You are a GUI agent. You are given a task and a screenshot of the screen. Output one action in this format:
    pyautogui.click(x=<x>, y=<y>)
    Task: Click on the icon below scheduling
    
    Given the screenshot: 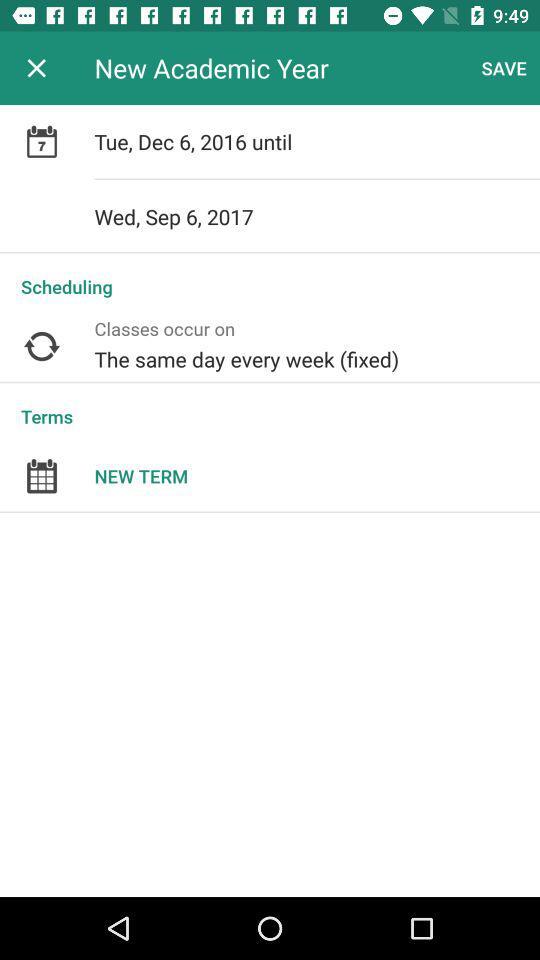 What is the action you would take?
    pyautogui.click(x=317, y=346)
    